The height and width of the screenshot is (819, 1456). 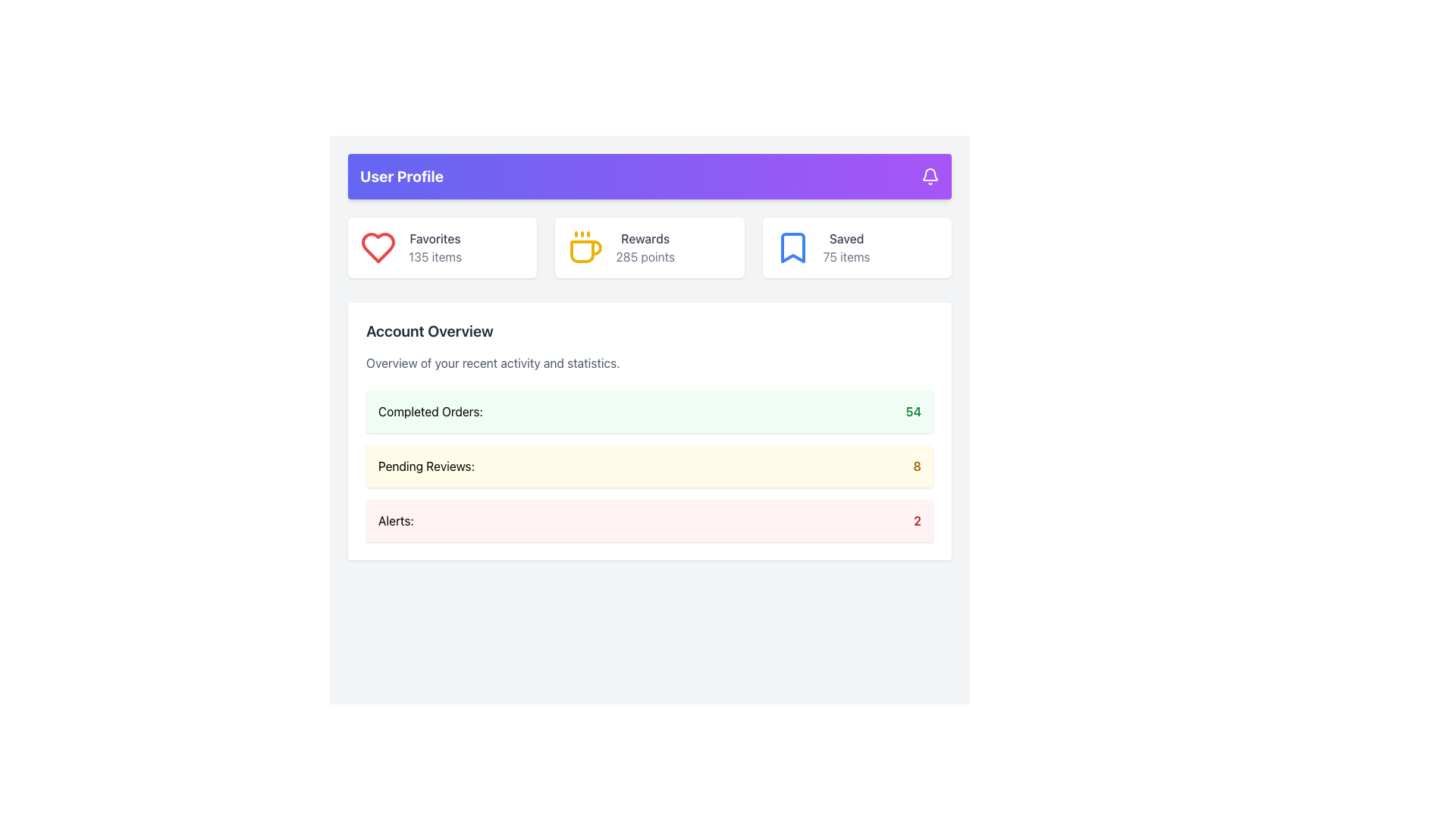 I want to click on the bold green text displaying the number '54', which is positioned to the right of the label 'Completed Orders:', inside a green-highlighted section, so click(x=912, y=412).